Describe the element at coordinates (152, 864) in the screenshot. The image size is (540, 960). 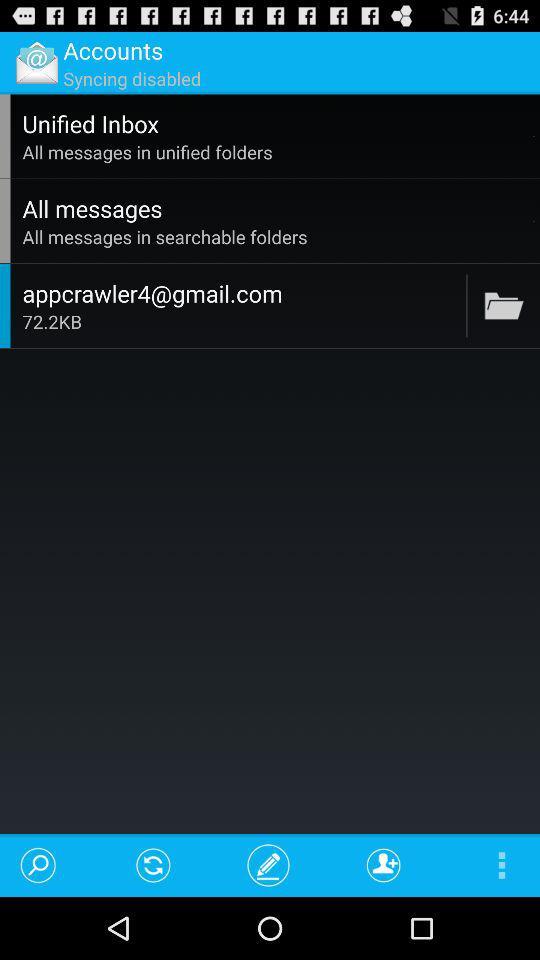
I see `the app below the 72.2kb app` at that location.